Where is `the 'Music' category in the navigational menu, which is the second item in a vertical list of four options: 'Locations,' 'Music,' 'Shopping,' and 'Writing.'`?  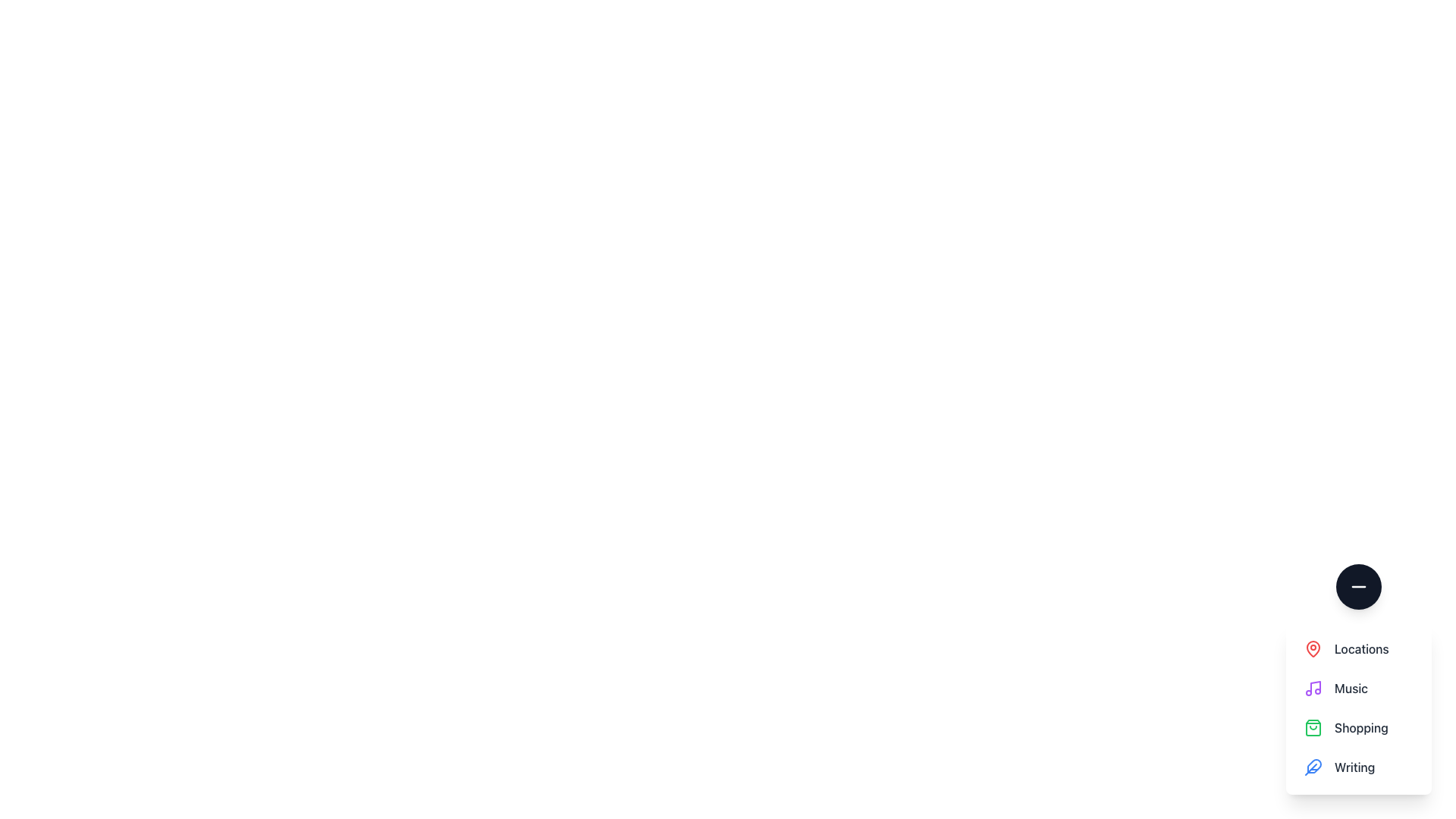 the 'Music' category in the navigational menu, which is the second item in a vertical list of four options: 'Locations,' 'Music,' 'Shopping,' and 'Writing.' is located at coordinates (1358, 678).